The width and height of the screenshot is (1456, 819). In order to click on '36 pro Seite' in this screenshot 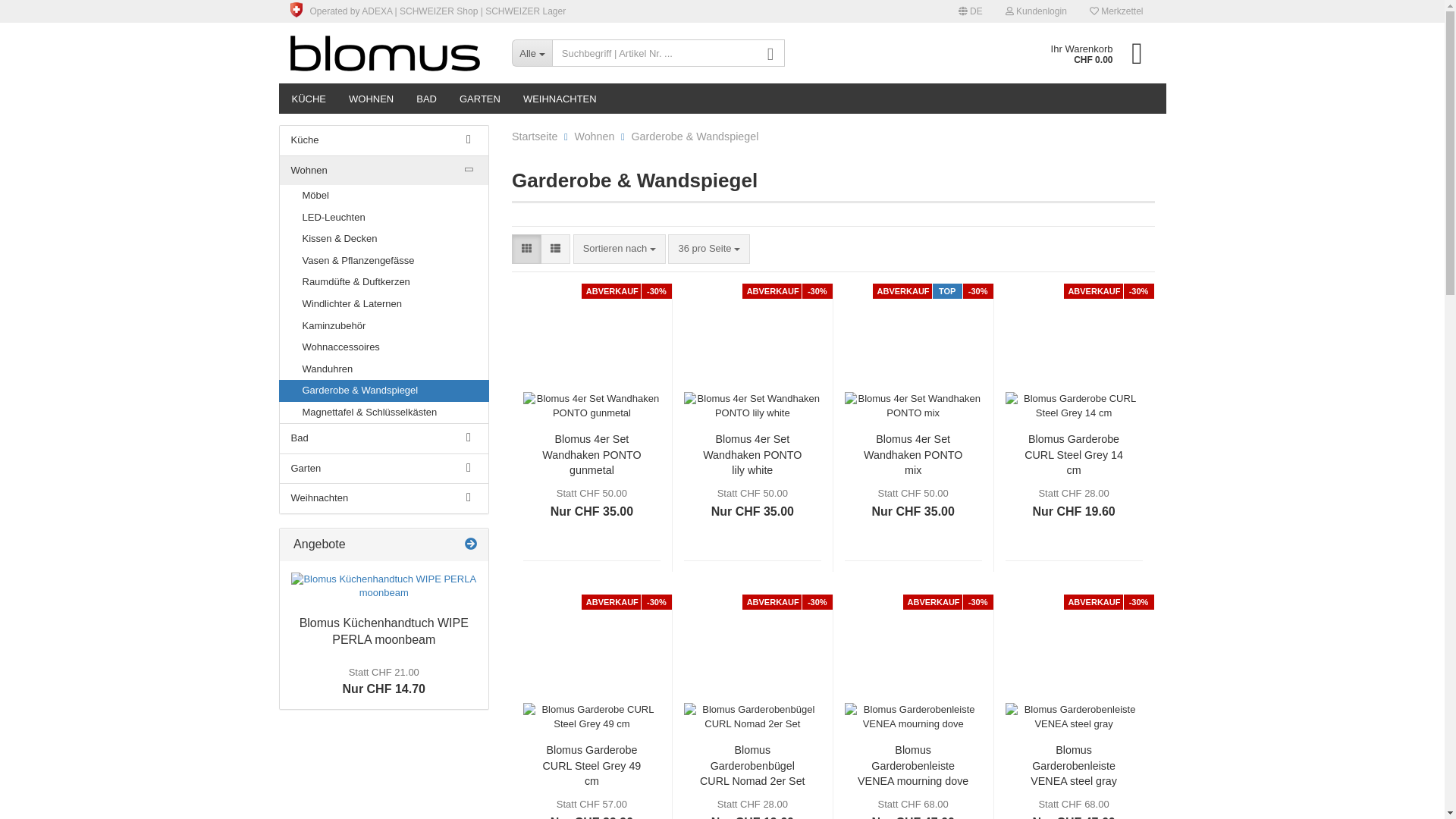, I will do `click(708, 248)`.